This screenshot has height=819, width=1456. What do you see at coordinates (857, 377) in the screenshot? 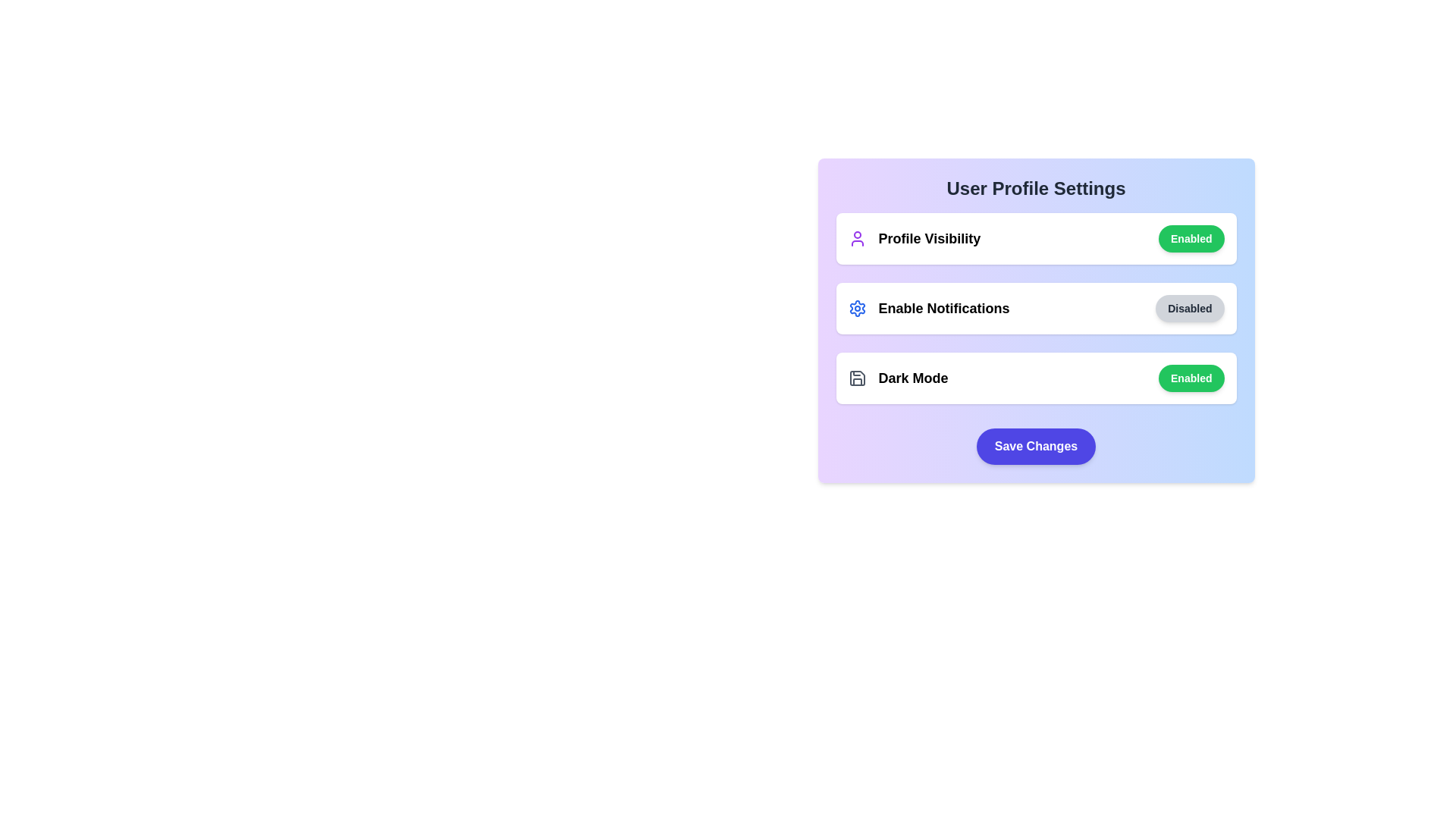
I see `the icon representing the setting Dark Mode` at bounding box center [857, 377].